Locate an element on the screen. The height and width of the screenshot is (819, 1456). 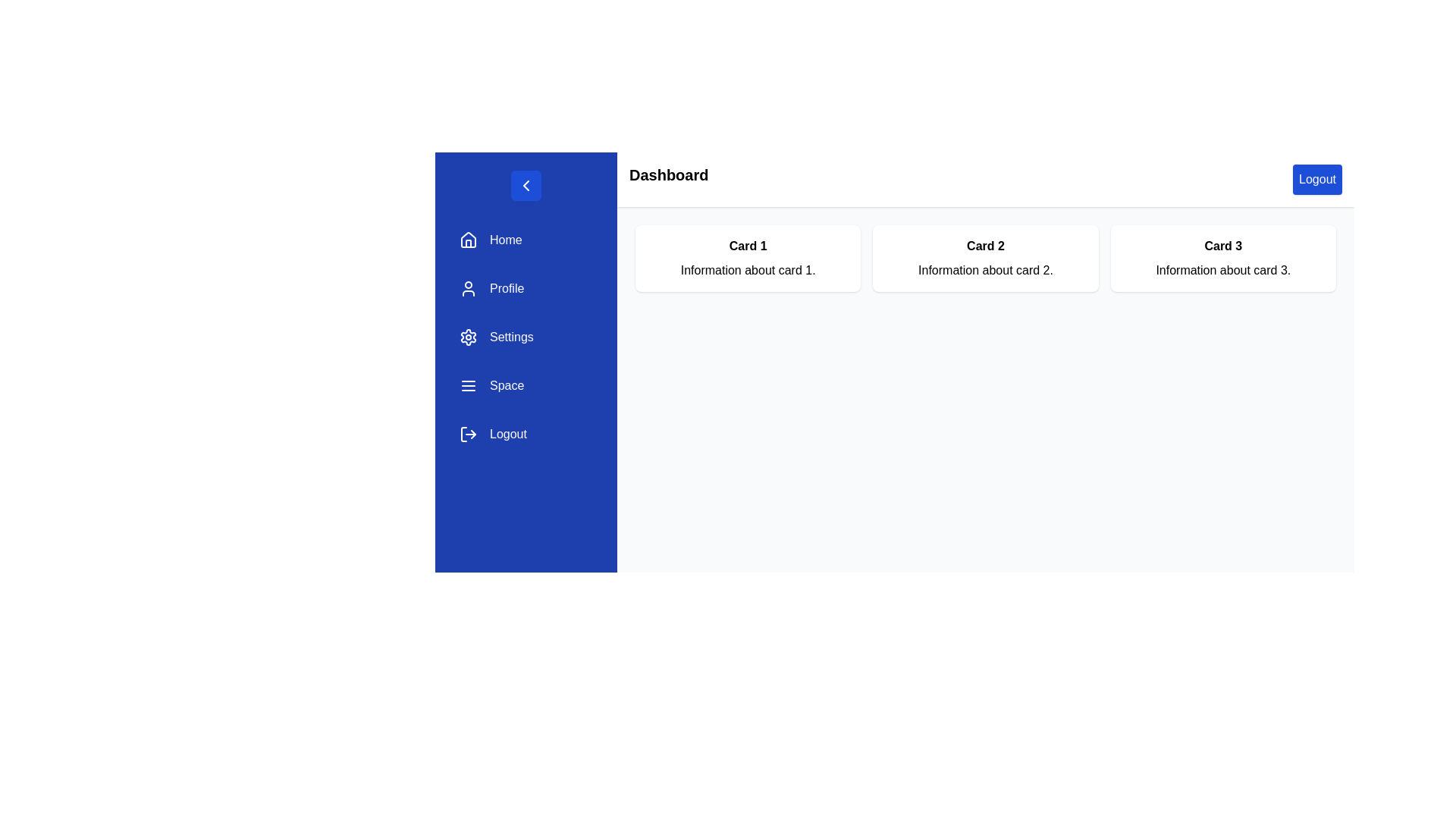
the blue sidebar button with a white chevron icon is located at coordinates (526, 185).